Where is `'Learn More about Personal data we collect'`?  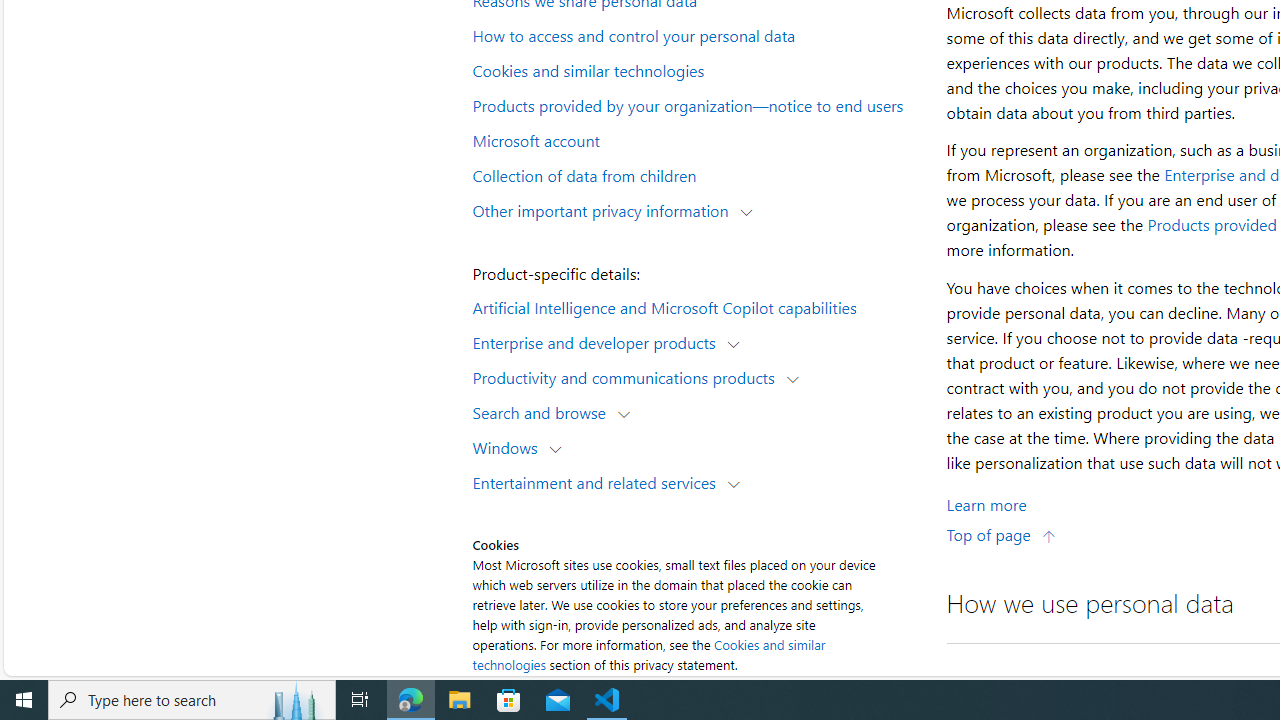 'Learn More about Personal data we collect' is located at coordinates (986, 503).